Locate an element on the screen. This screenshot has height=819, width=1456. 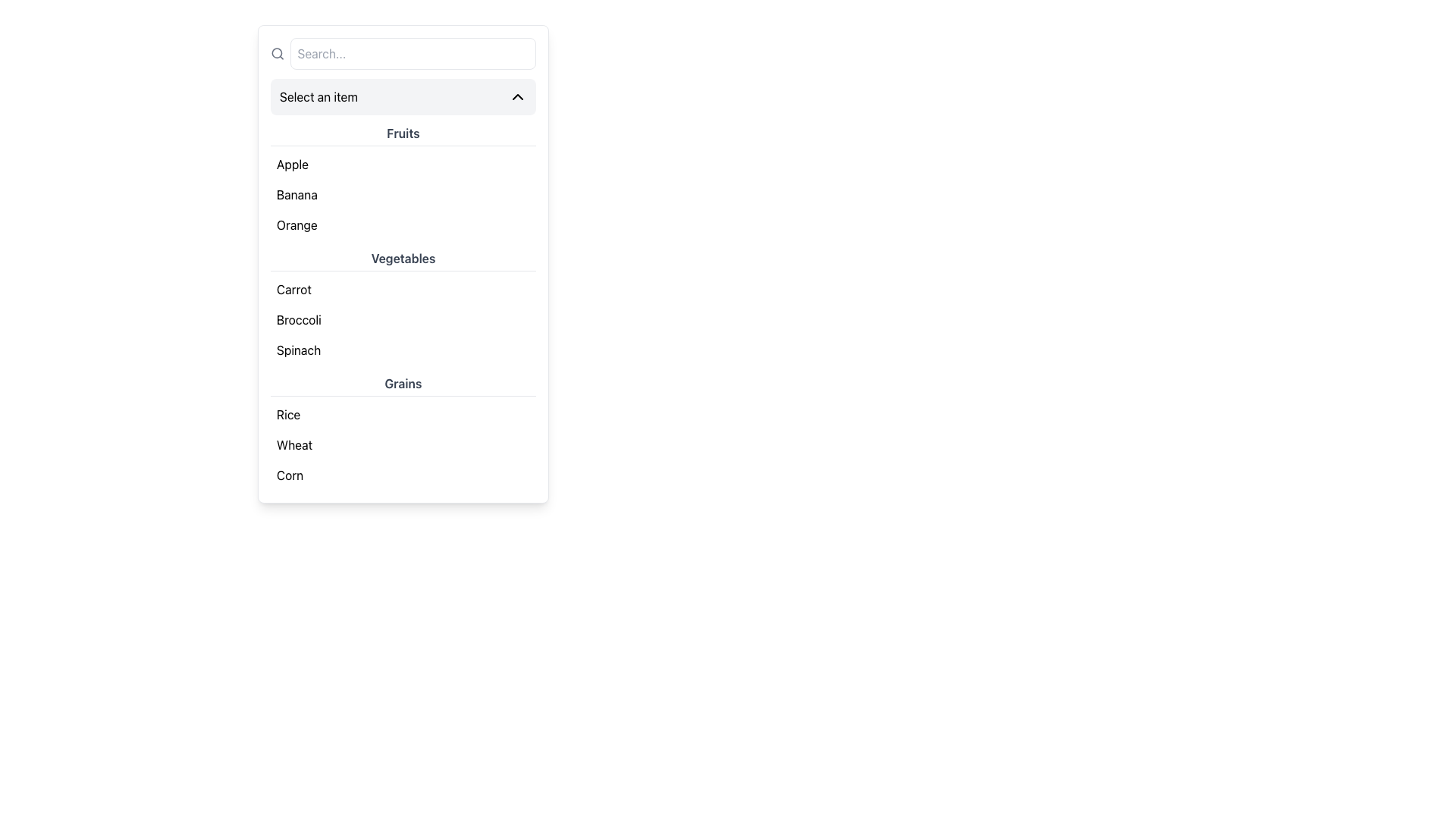
the 'Corn' text label in the 'Grains' dropdown list is located at coordinates (290, 475).